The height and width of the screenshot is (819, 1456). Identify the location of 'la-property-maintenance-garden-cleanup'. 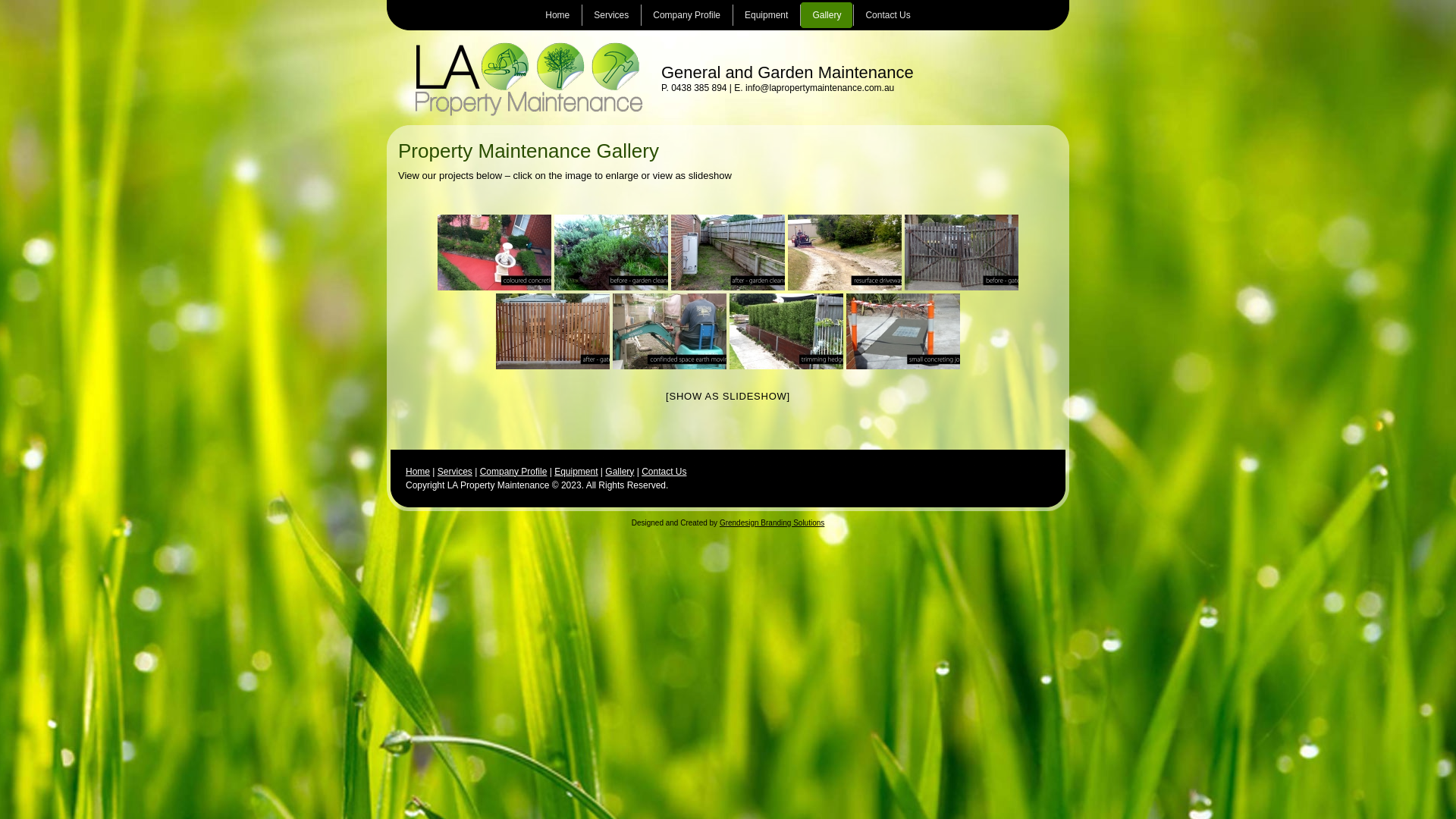
(728, 251).